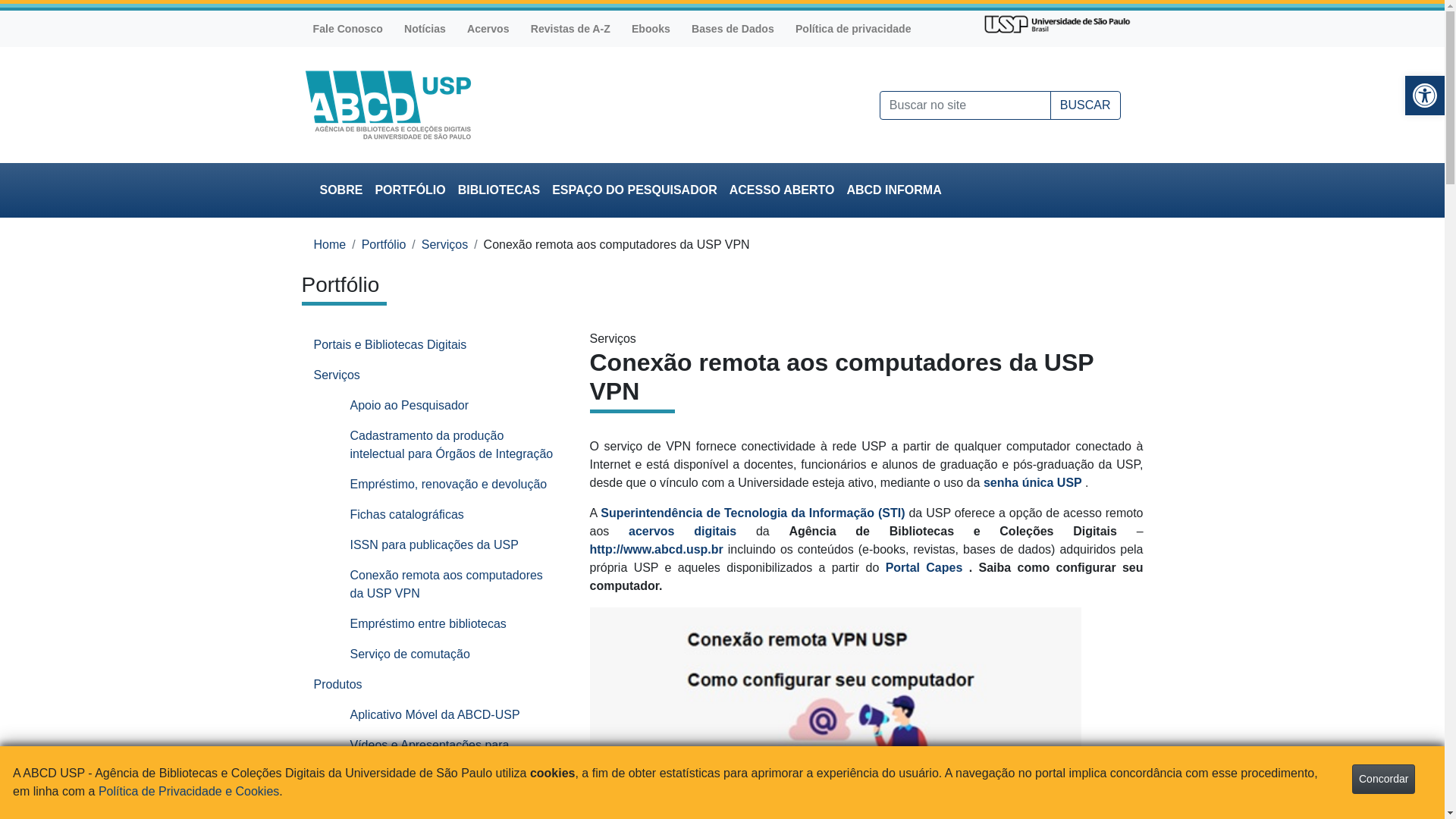 This screenshot has height=819, width=1456. I want to click on 'Ebooks', so click(651, 29).